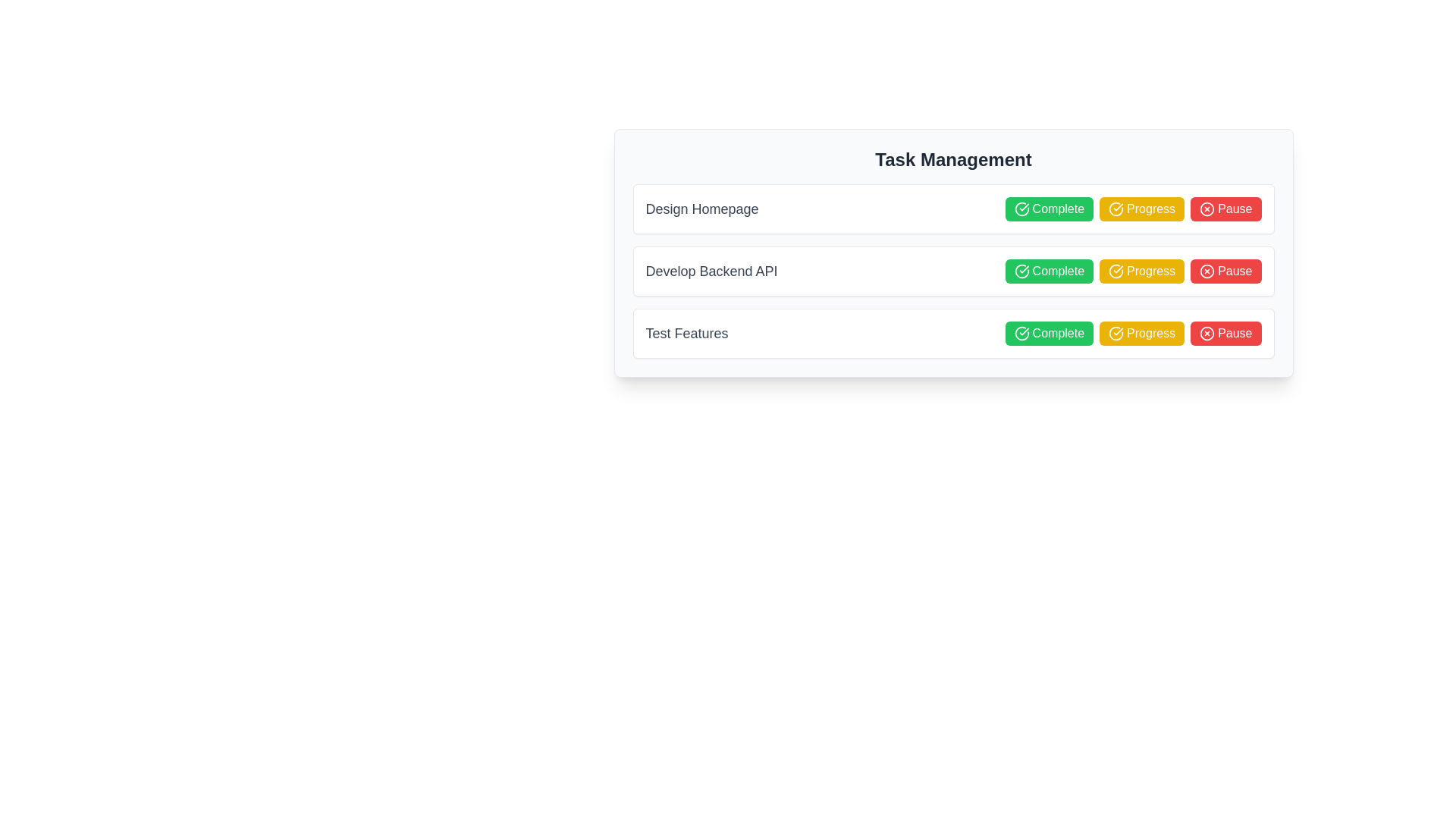 Image resolution: width=1456 pixels, height=819 pixels. I want to click on the circular green checkmark icon located within the 'Complete' button to include it in the view, so click(1021, 209).